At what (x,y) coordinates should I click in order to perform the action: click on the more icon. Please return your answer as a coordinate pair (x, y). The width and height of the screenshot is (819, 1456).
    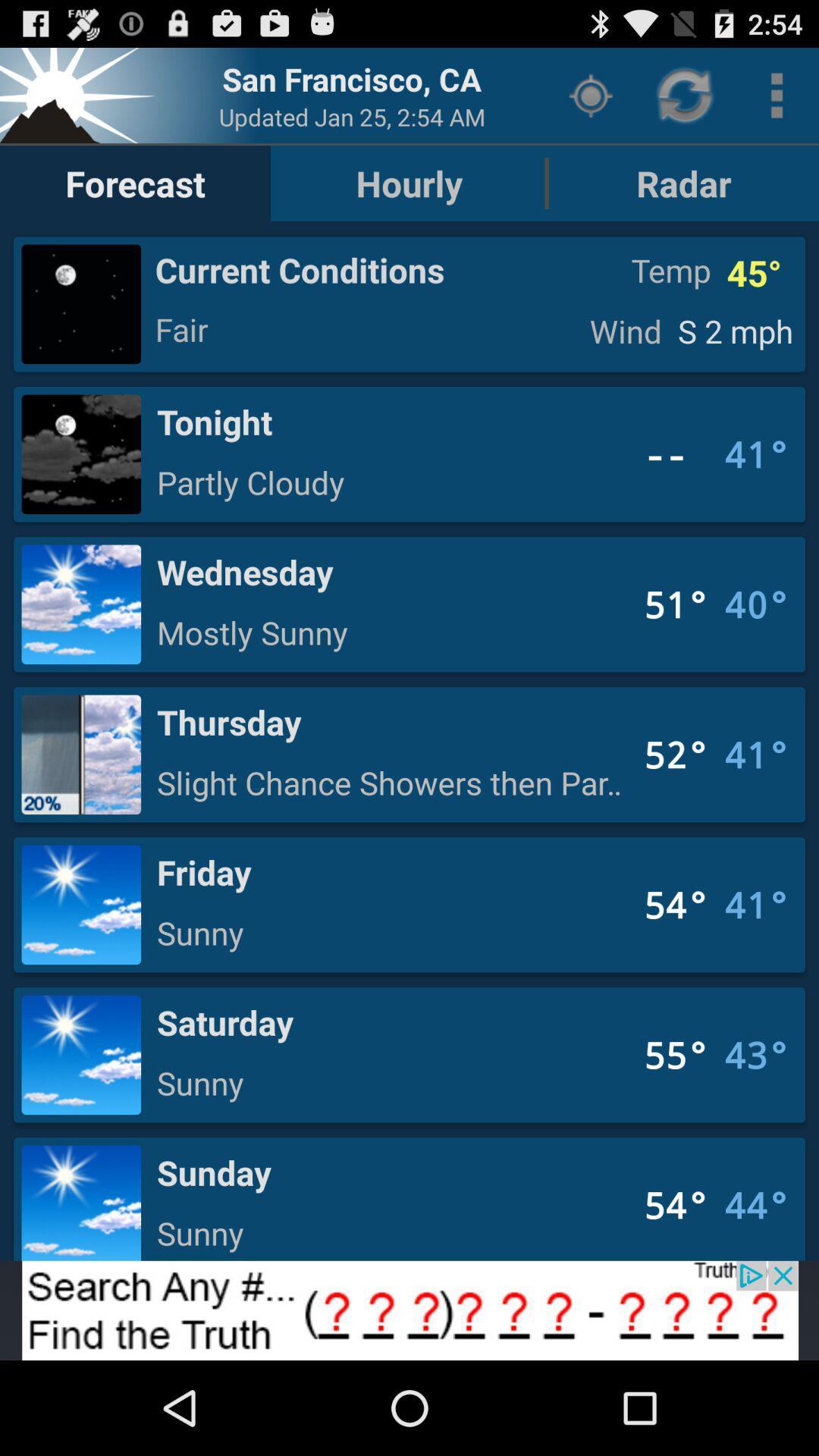
    Looking at the image, I should click on (777, 101).